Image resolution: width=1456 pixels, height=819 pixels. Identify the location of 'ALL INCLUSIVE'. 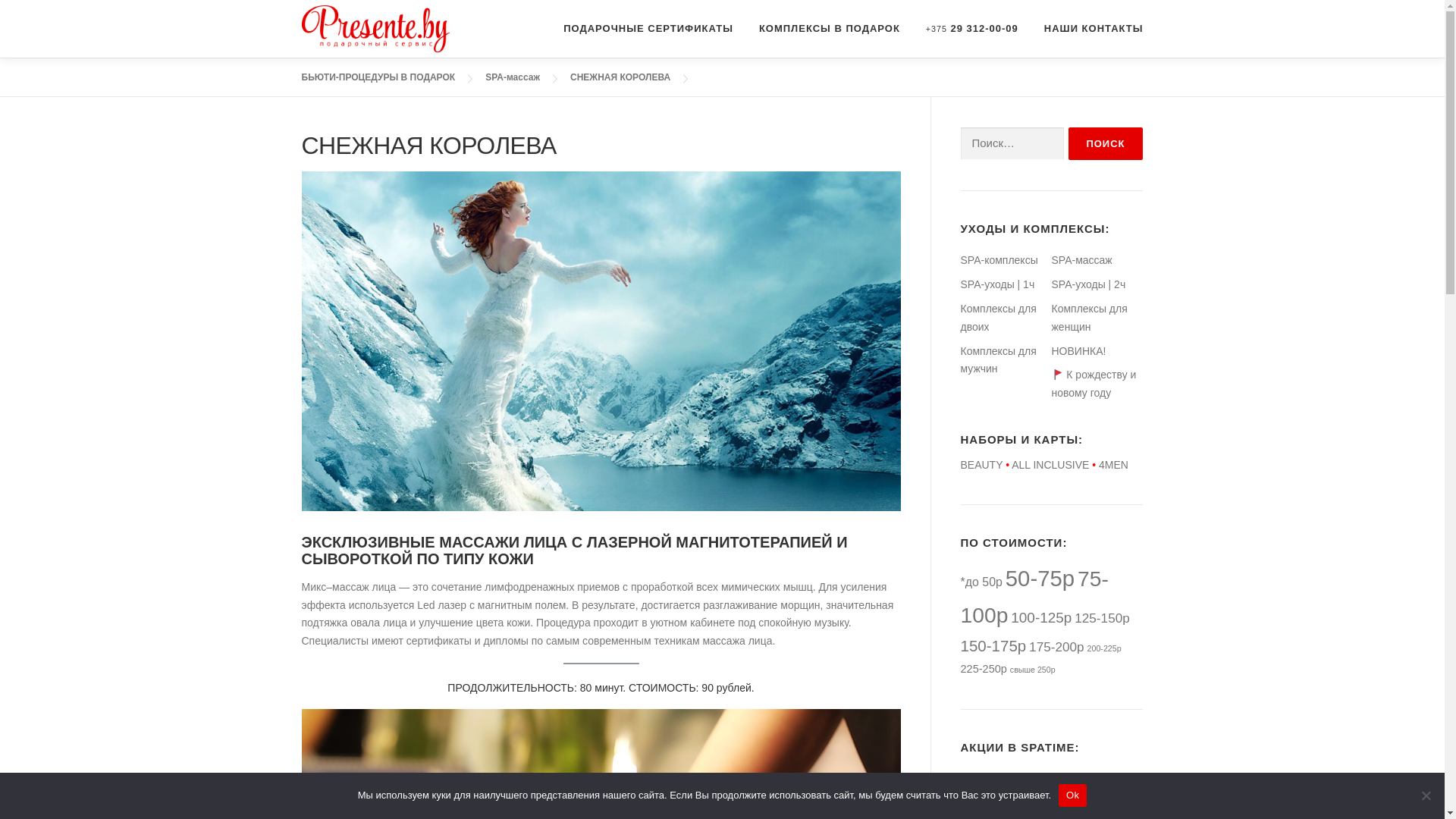
(1050, 464).